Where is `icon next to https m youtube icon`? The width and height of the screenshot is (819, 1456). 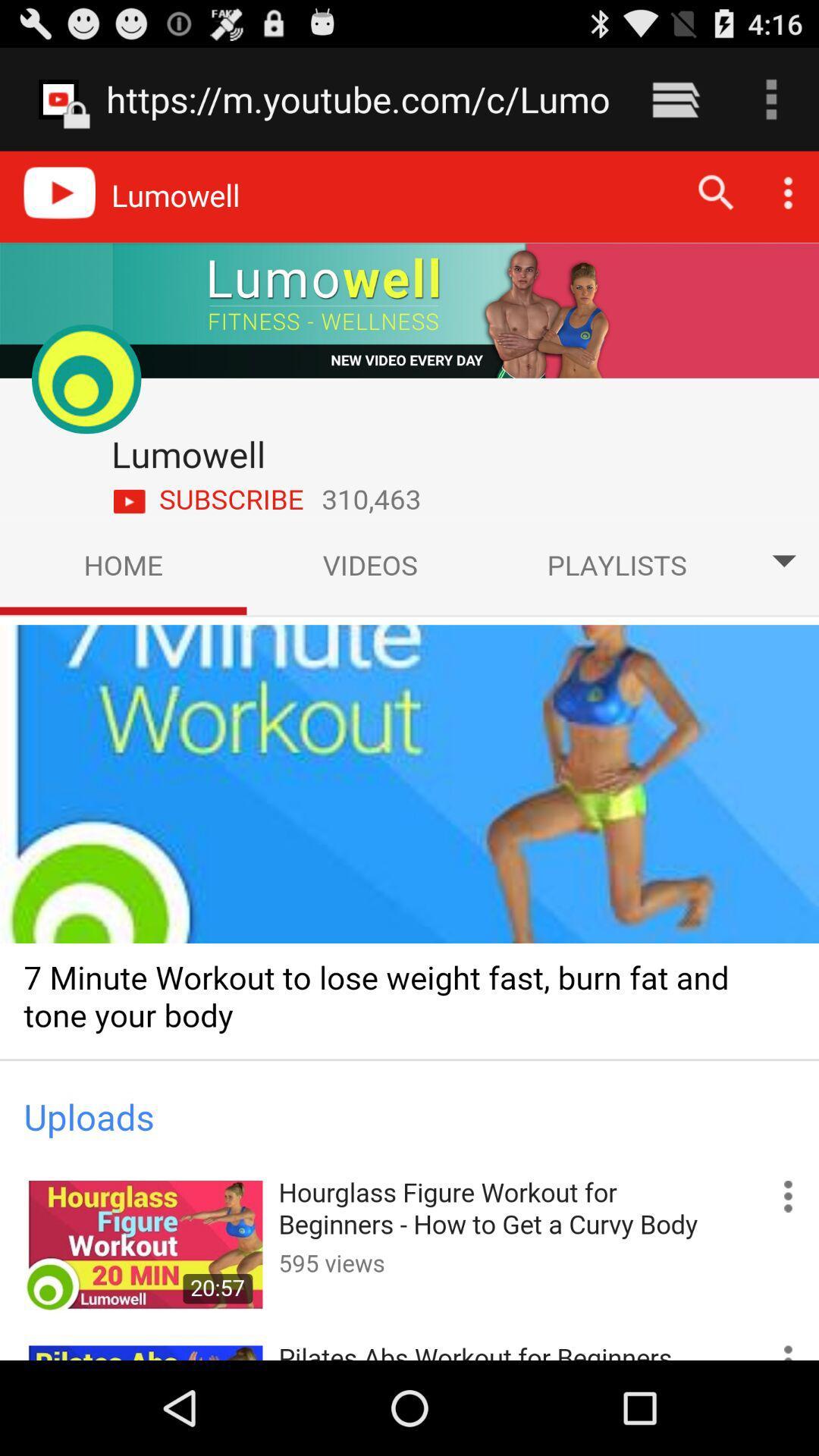
icon next to https m youtube icon is located at coordinates (675, 99).